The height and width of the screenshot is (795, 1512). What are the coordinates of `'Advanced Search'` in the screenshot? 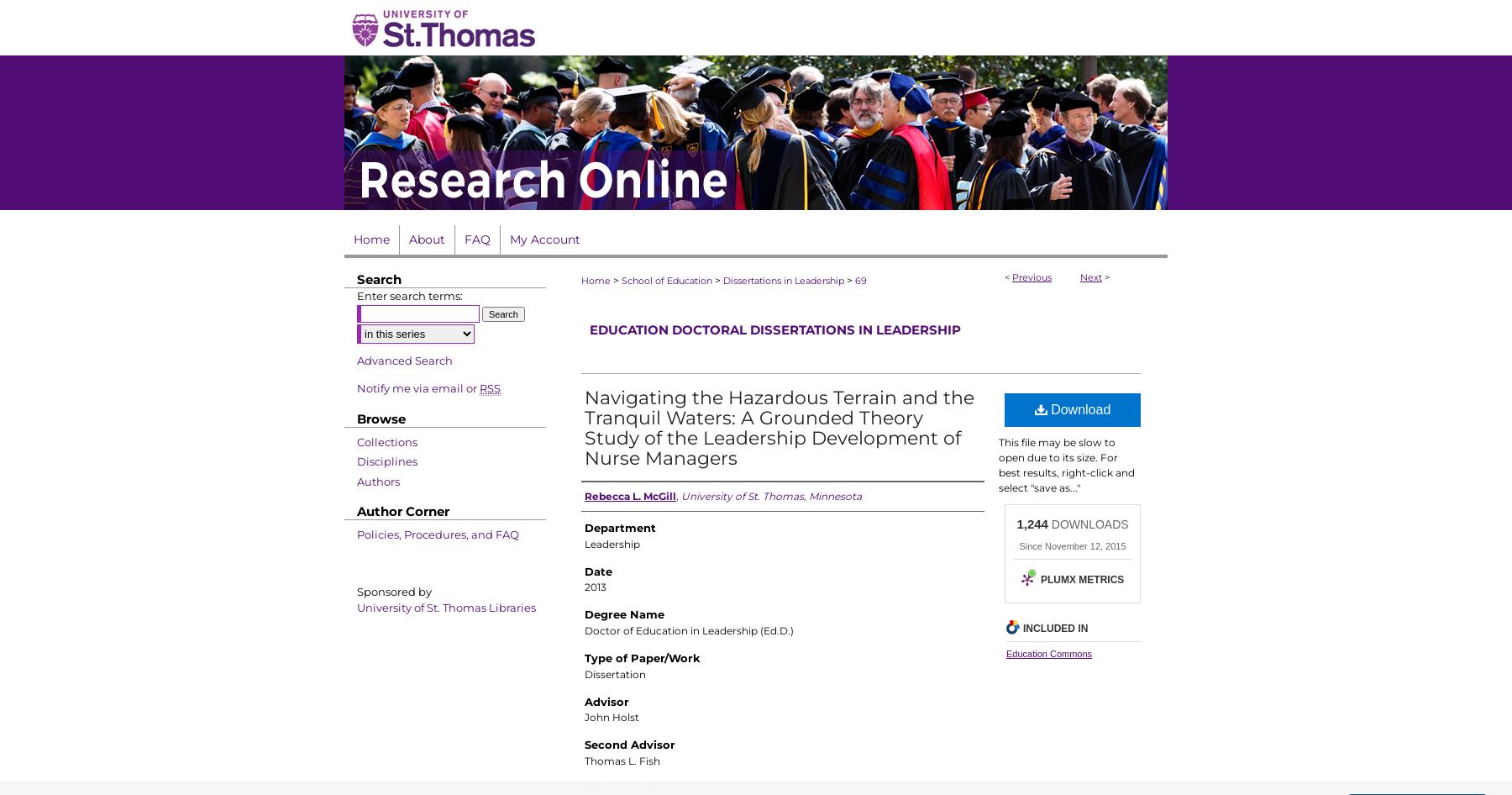 It's located at (404, 358).